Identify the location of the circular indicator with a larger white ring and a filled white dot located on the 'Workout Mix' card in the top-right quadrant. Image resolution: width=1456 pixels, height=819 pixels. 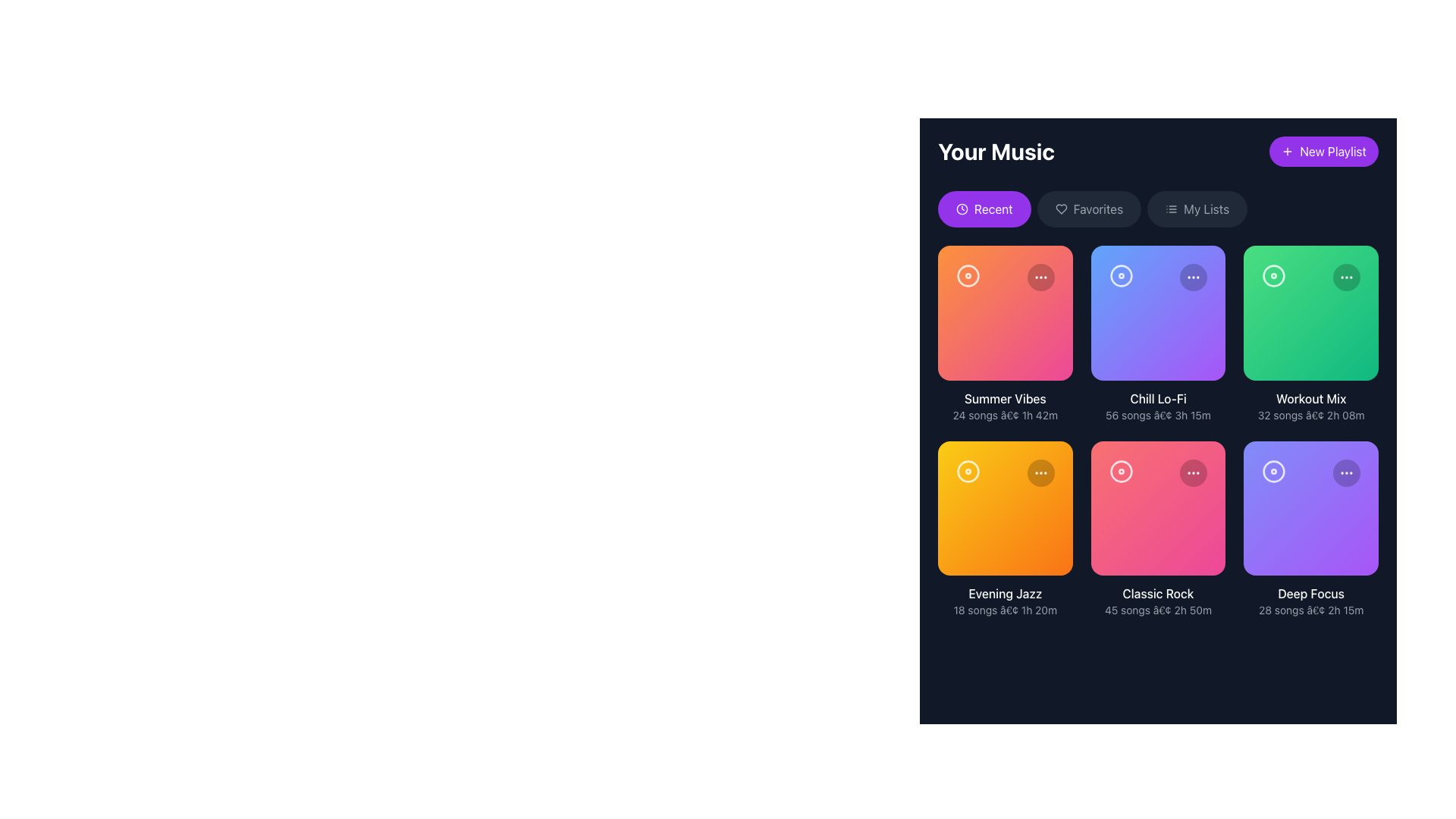
(1274, 275).